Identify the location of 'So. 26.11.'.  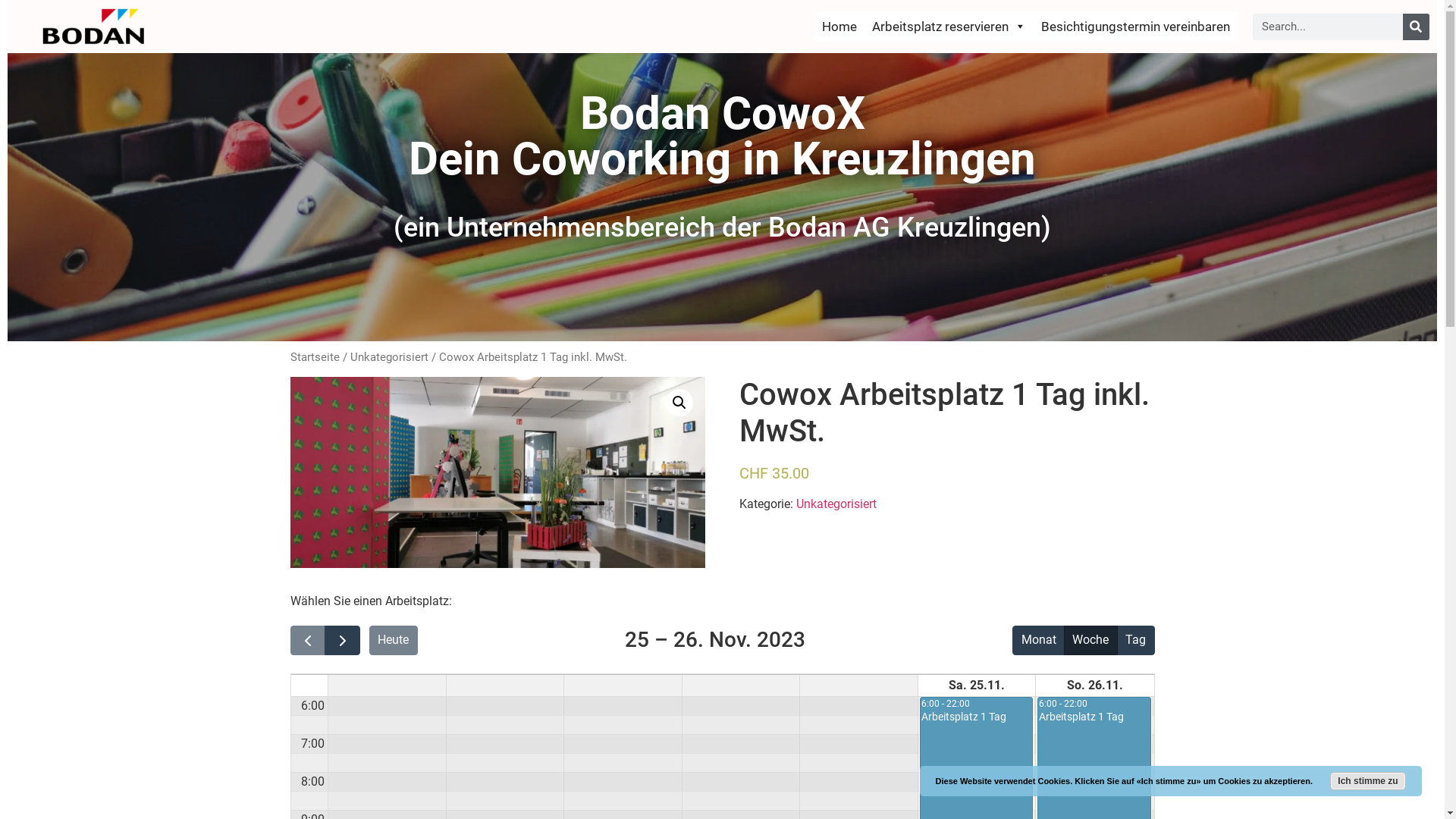
(1062, 685).